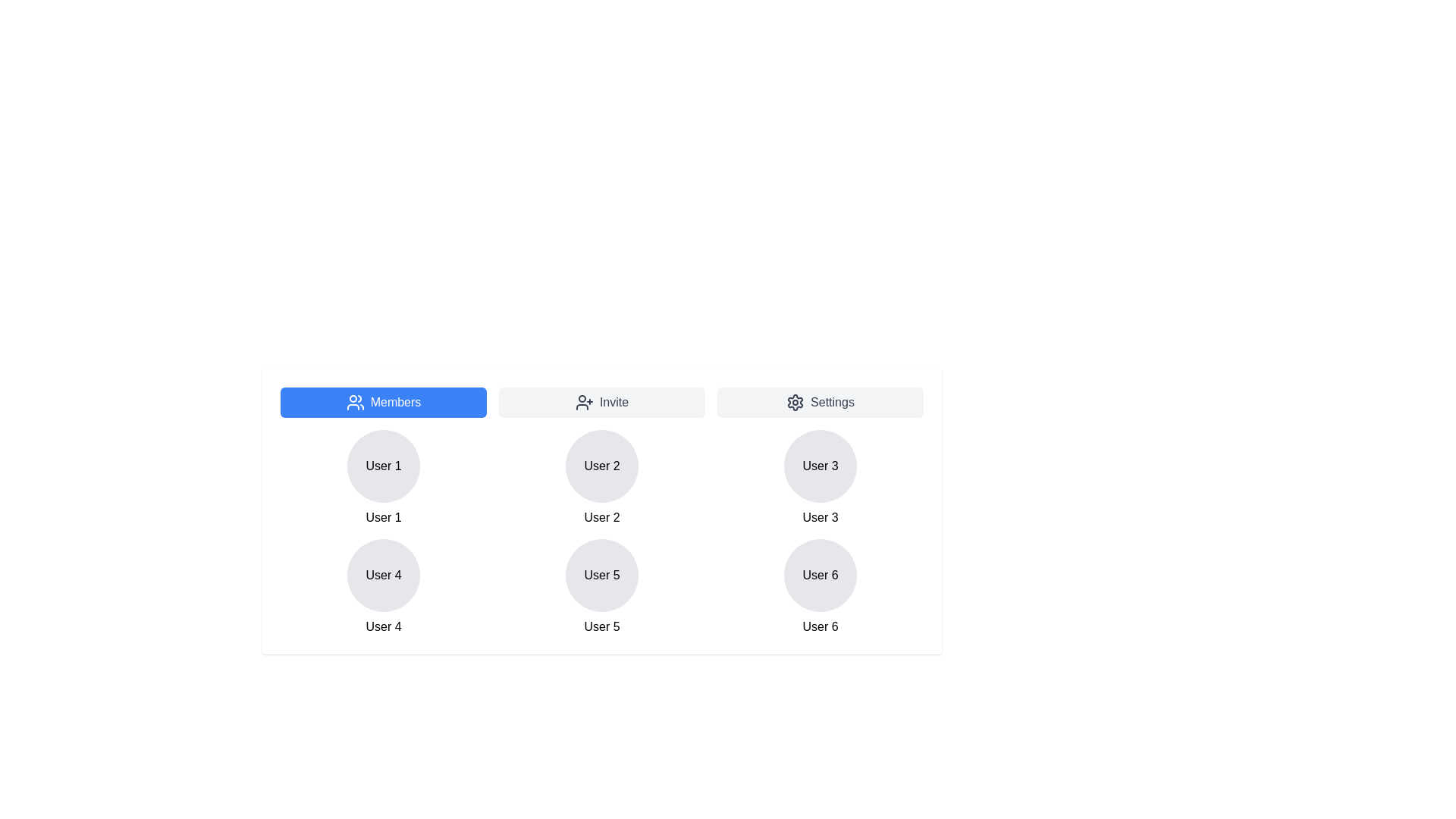 This screenshot has width=1456, height=819. I want to click on the static text label displaying 'User 3', located in the third column of the grid layout, directly below the circular avatar with the same label, so click(819, 516).